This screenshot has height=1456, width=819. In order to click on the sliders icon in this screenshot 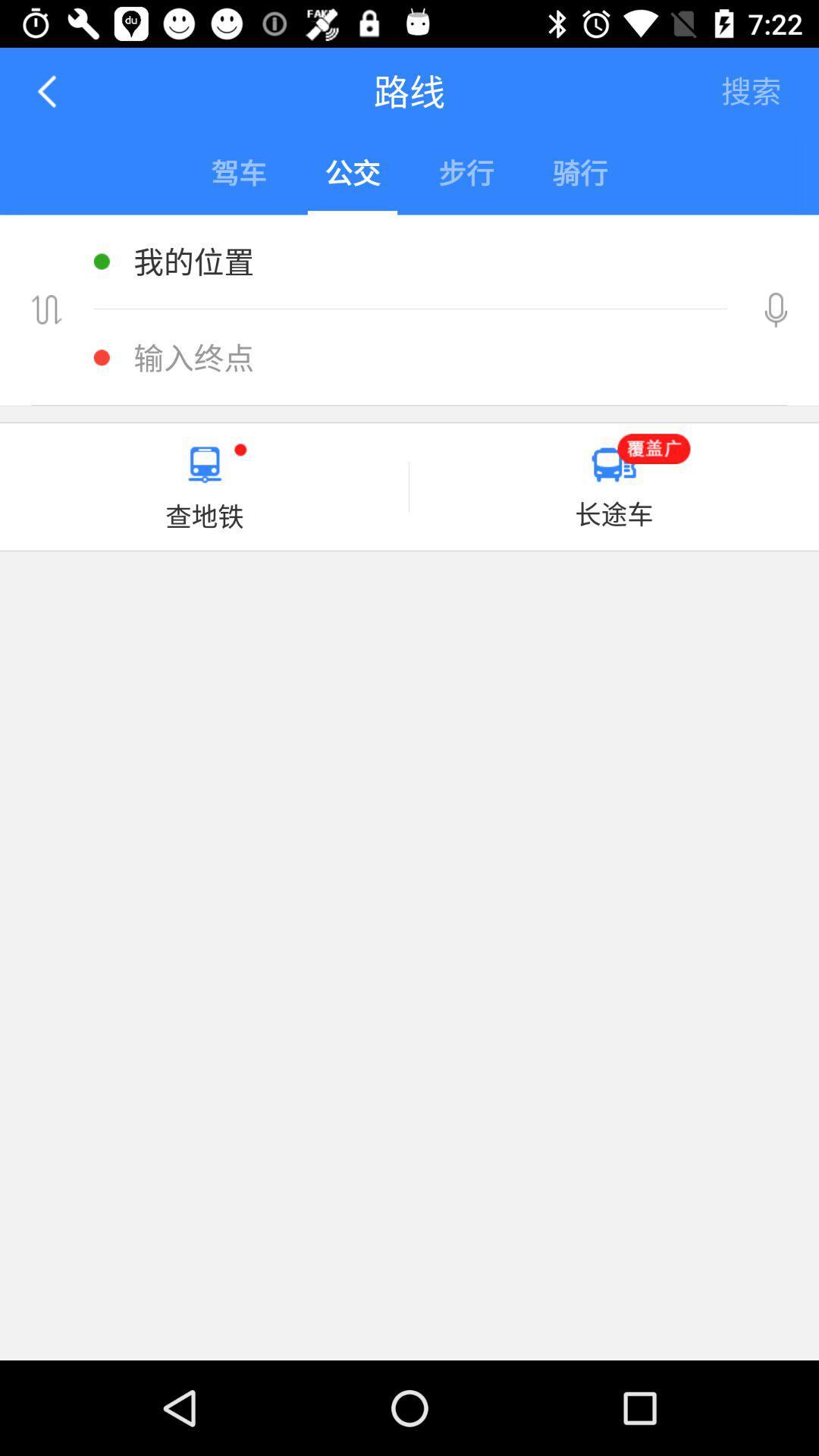, I will do `click(45, 309)`.